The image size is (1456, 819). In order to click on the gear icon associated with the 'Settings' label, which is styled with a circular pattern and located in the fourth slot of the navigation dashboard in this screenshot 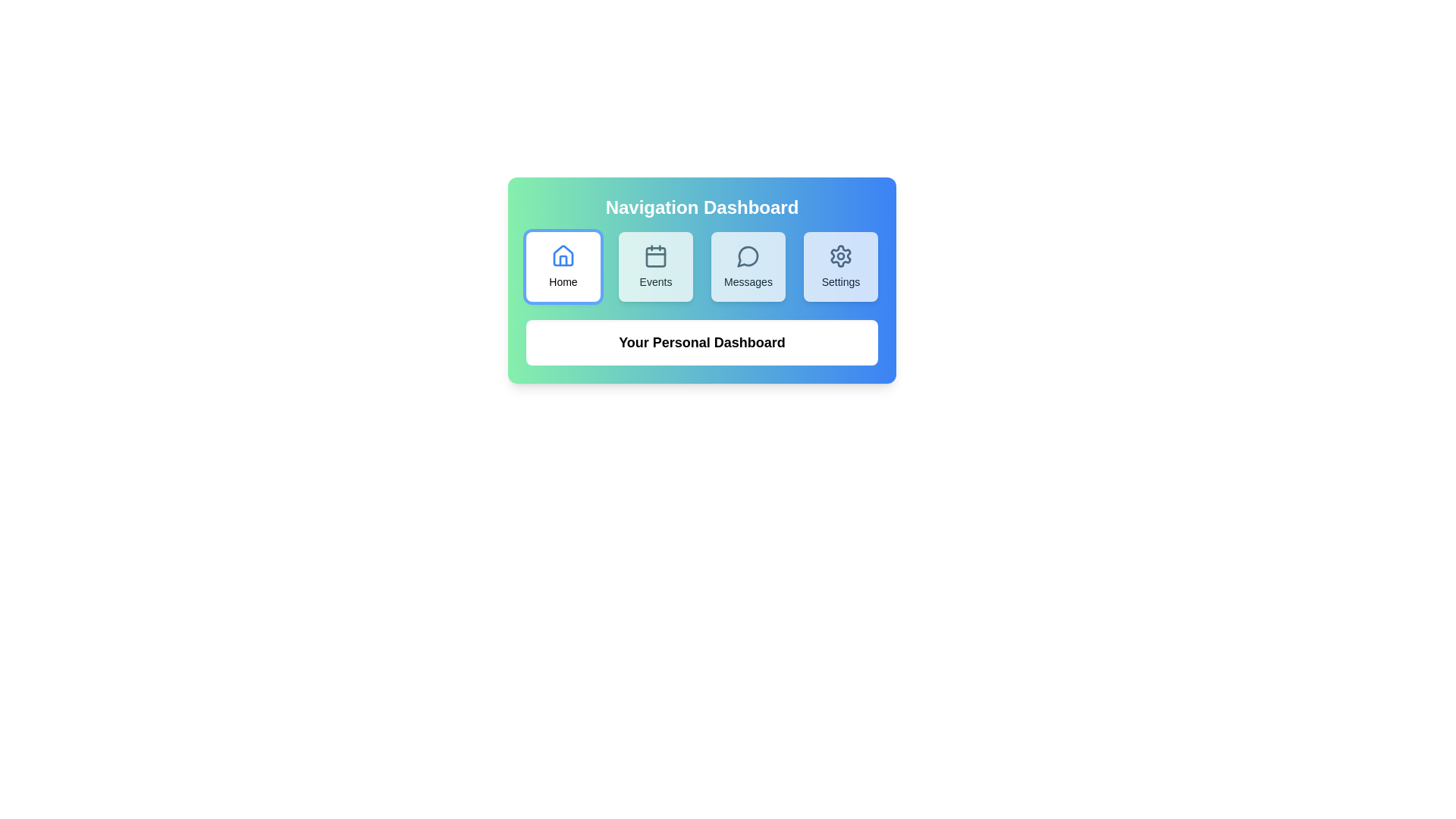, I will do `click(839, 256)`.